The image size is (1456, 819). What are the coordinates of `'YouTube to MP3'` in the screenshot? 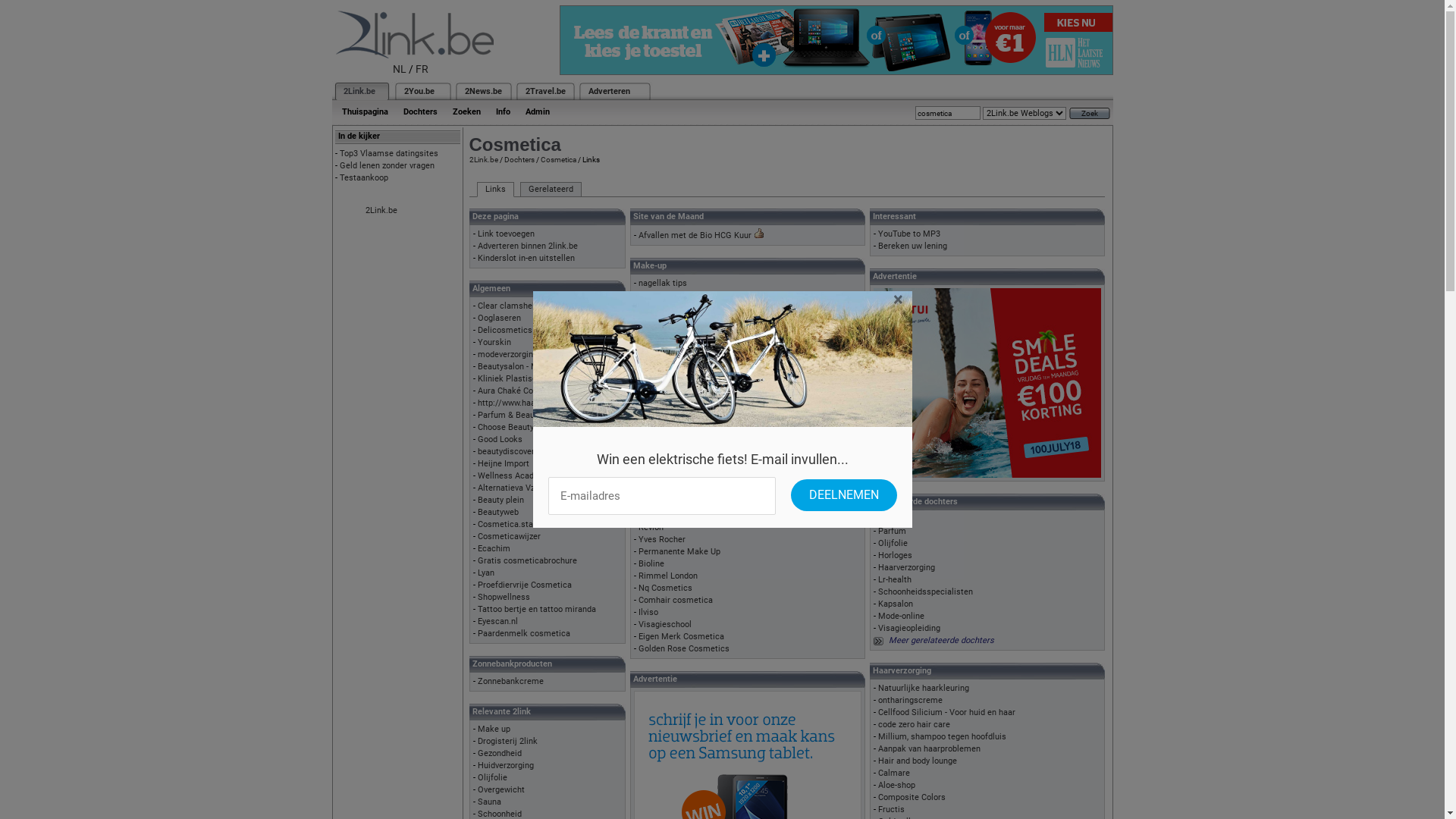 It's located at (909, 234).